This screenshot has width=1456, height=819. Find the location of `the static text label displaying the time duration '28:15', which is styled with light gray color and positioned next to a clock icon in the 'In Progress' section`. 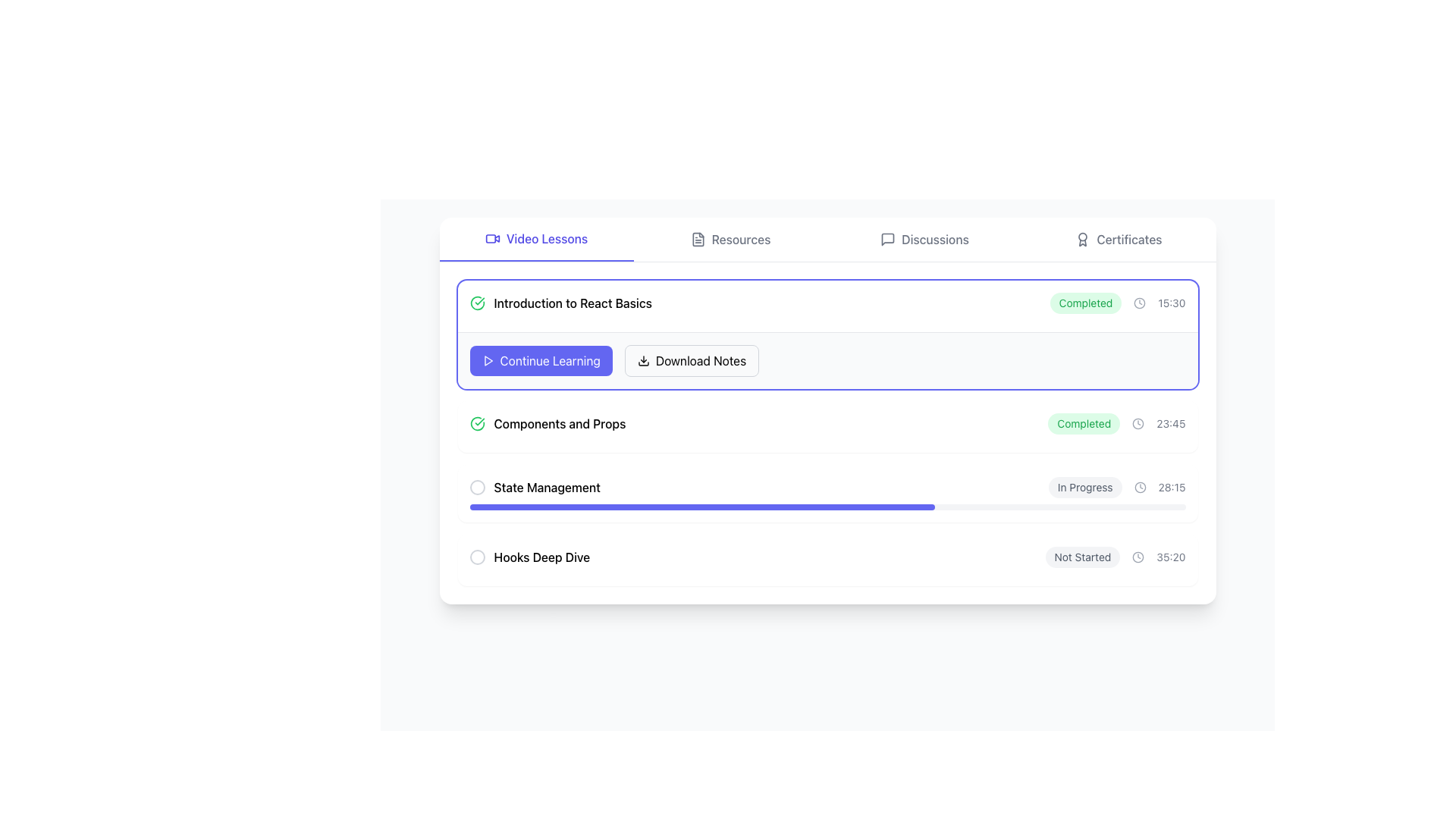

the static text label displaying the time duration '28:15', which is styled with light gray color and positioned next to a clock icon in the 'In Progress' section is located at coordinates (1171, 488).